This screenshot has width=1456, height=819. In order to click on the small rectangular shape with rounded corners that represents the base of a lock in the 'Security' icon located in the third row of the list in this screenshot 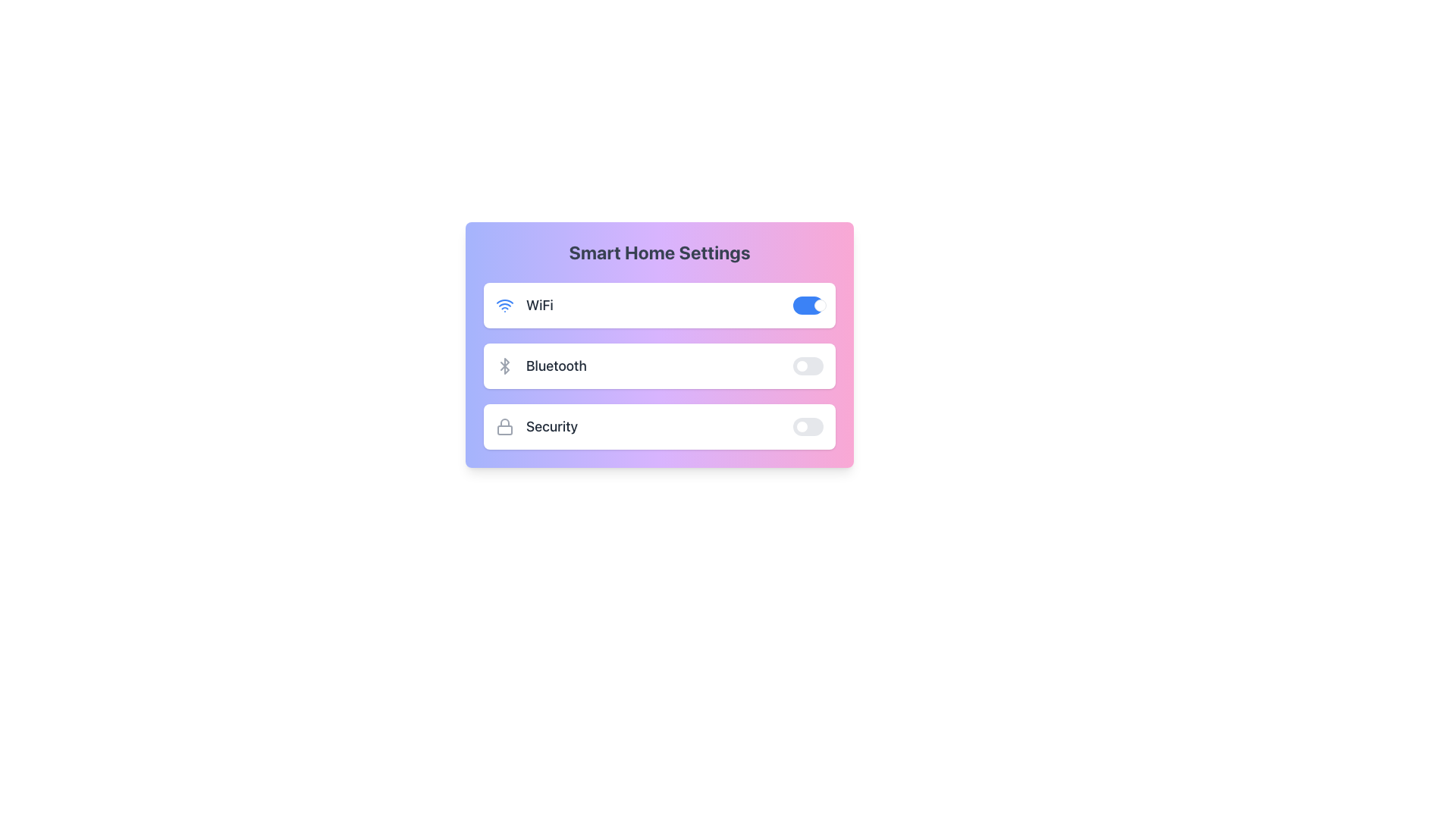, I will do `click(505, 430)`.